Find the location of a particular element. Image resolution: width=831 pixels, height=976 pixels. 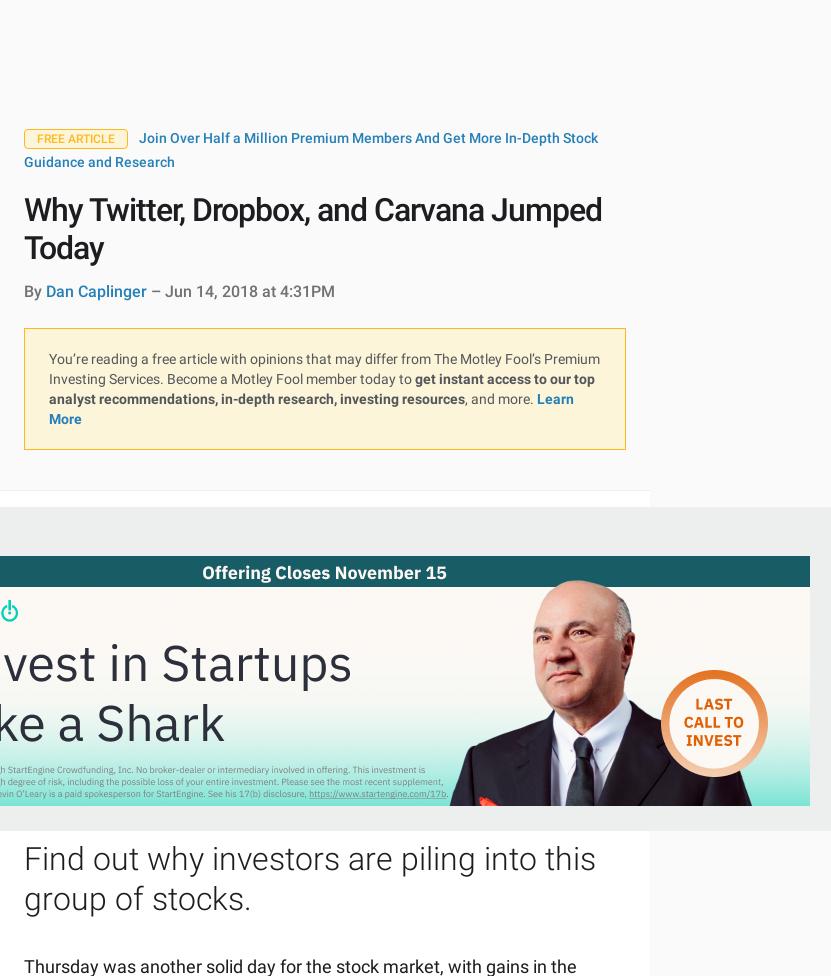

'126%' is located at coordinates (467, 503).